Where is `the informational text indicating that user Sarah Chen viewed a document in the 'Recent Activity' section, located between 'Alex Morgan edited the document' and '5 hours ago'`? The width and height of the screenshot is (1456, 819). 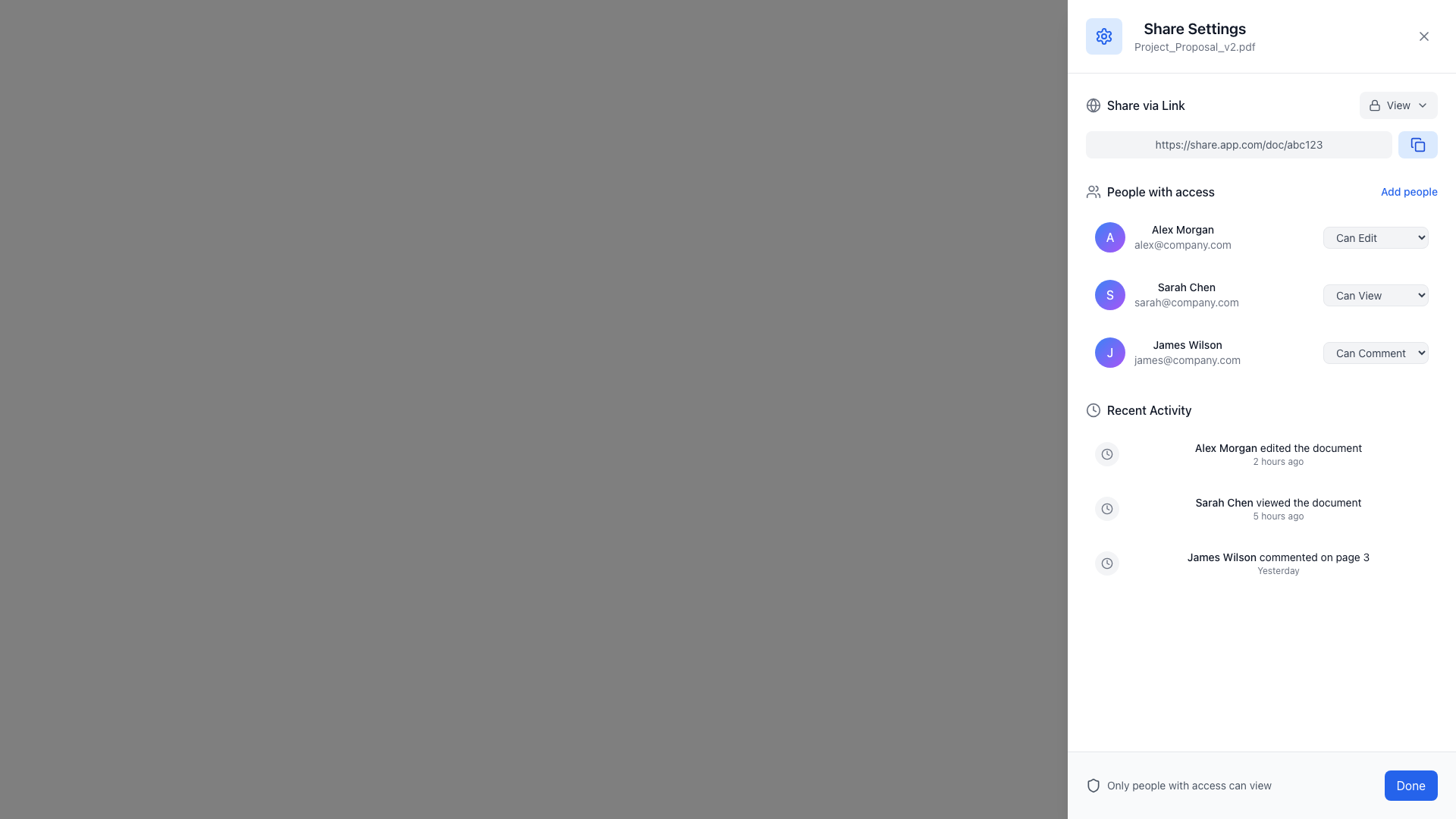
the informational text indicating that user Sarah Chen viewed a document in the 'Recent Activity' section, located between 'Alex Morgan edited the document' and '5 hours ago' is located at coordinates (1277, 503).